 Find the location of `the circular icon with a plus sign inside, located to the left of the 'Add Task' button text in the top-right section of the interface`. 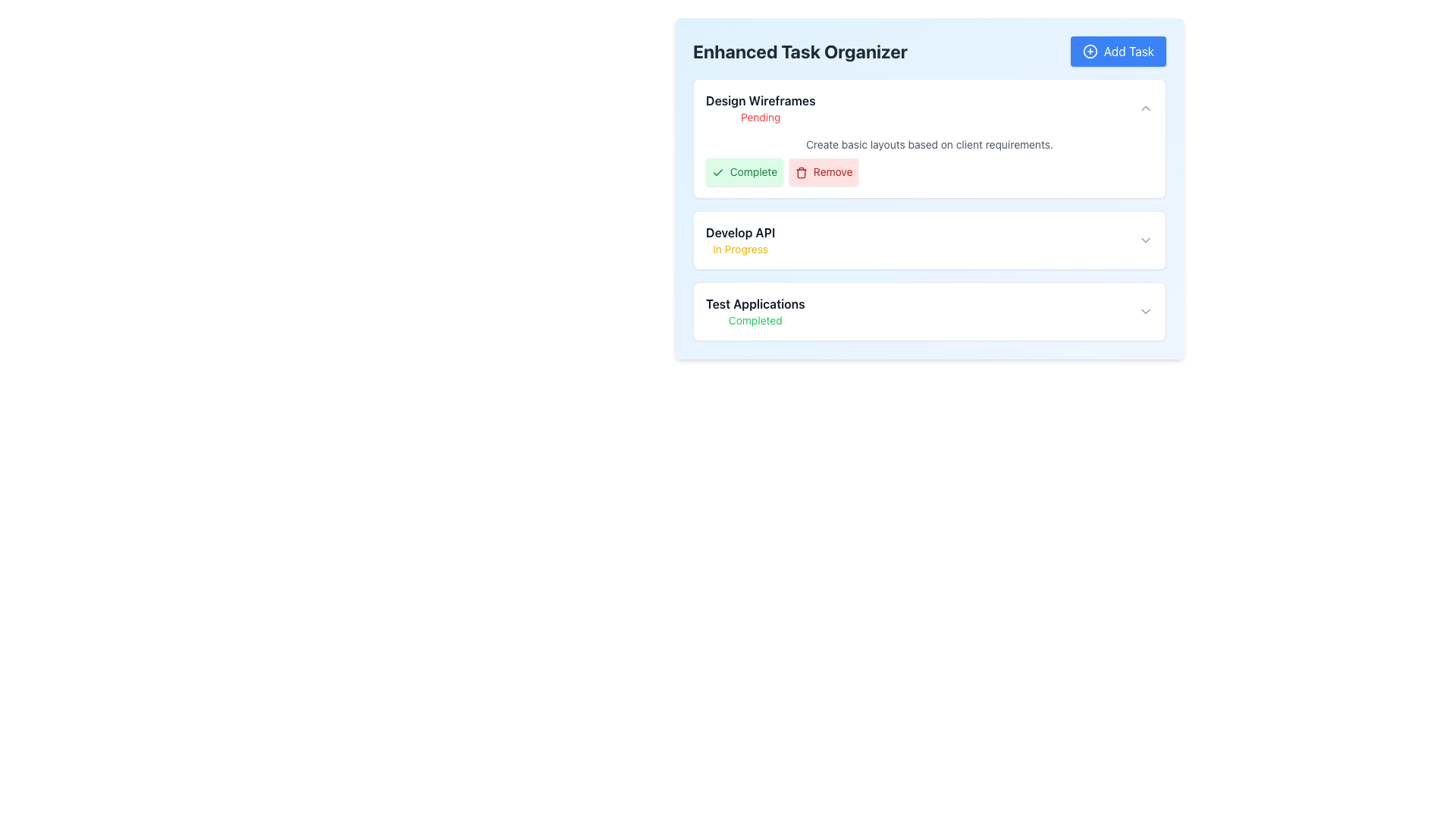

the circular icon with a plus sign inside, located to the left of the 'Add Task' button text in the top-right section of the interface is located at coordinates (1089, 51).